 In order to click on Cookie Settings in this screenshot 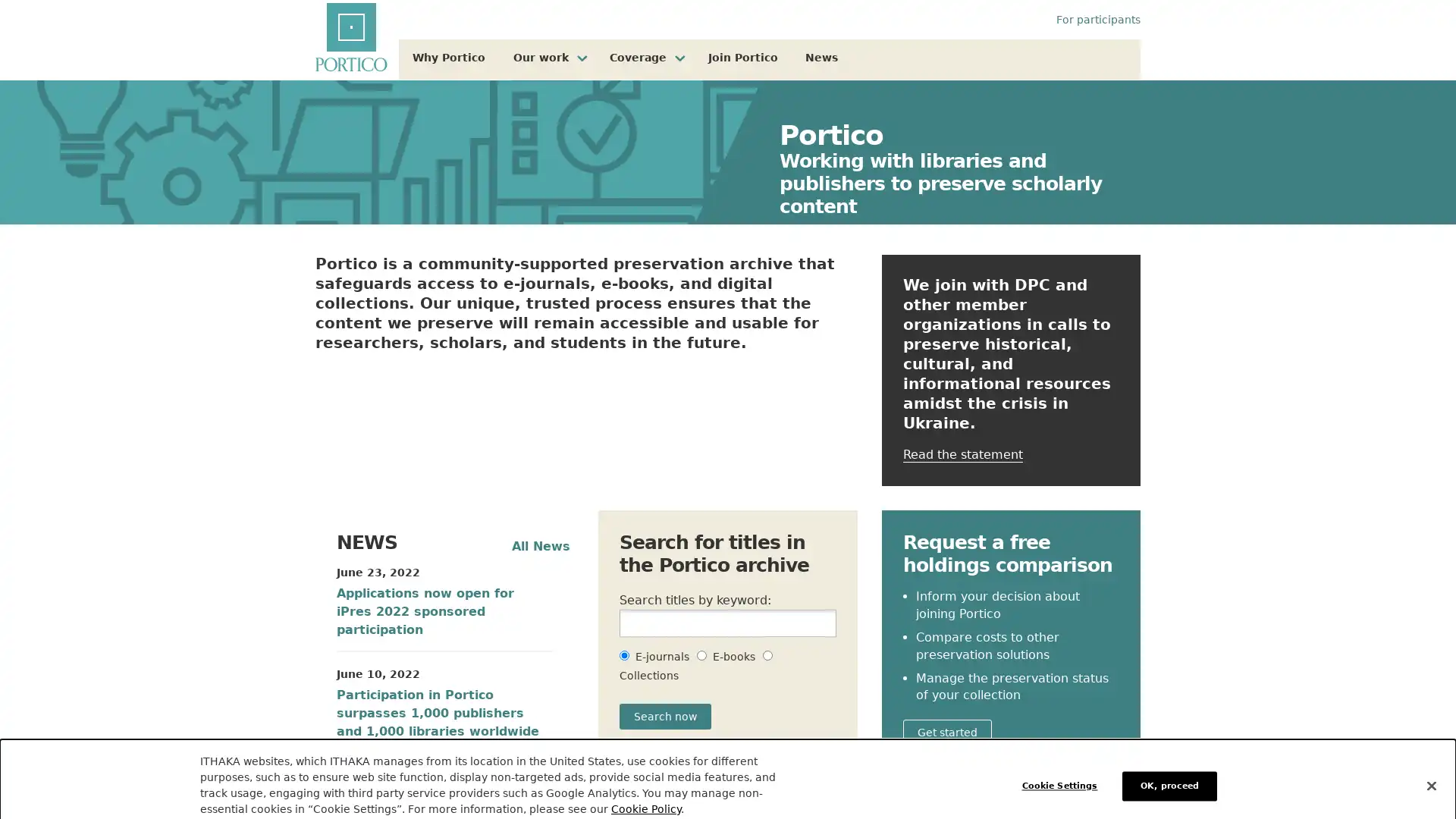, I will do `click(1062, 770)`.